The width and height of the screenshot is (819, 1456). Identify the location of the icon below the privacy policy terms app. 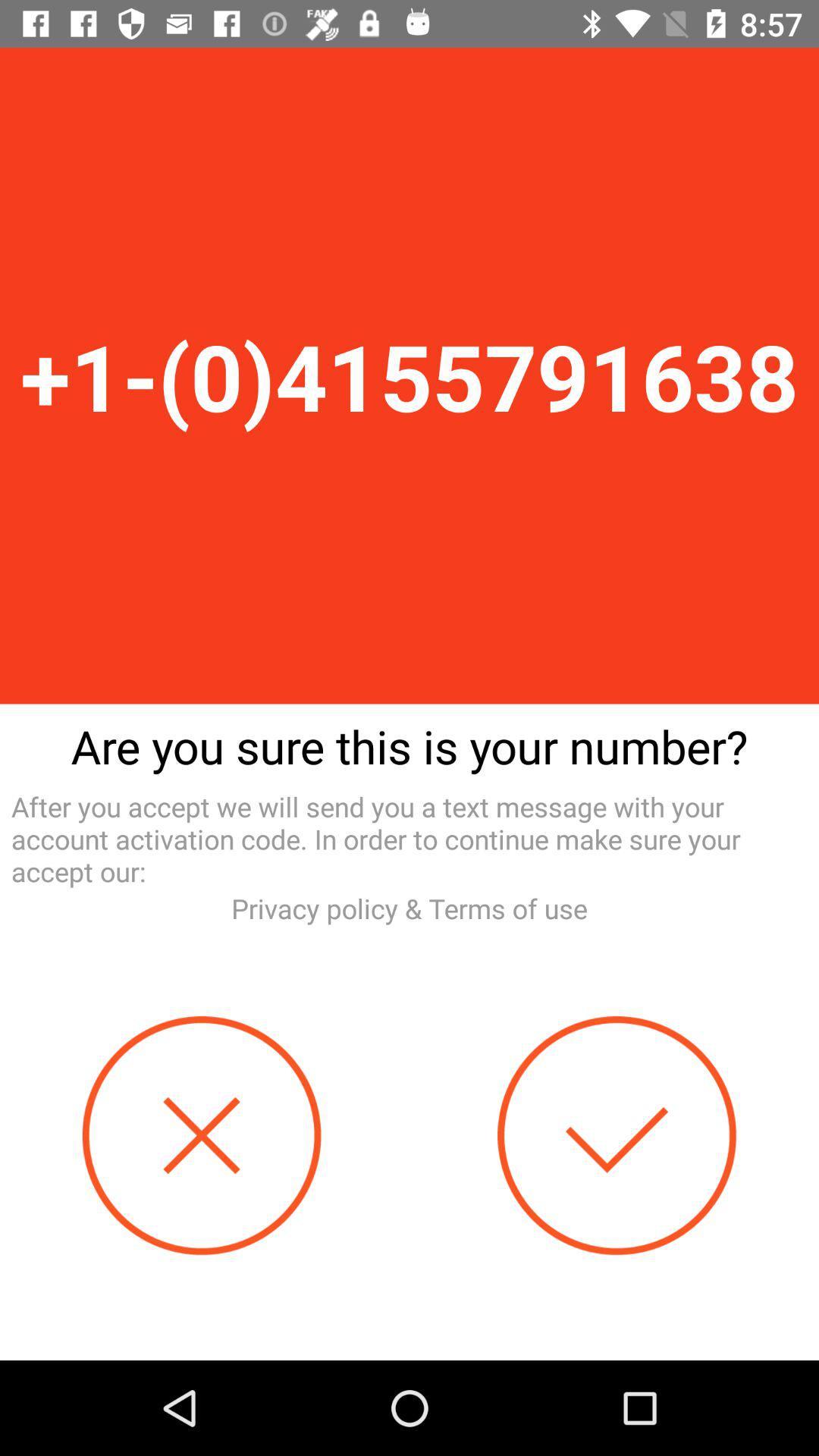
(201, 1135).